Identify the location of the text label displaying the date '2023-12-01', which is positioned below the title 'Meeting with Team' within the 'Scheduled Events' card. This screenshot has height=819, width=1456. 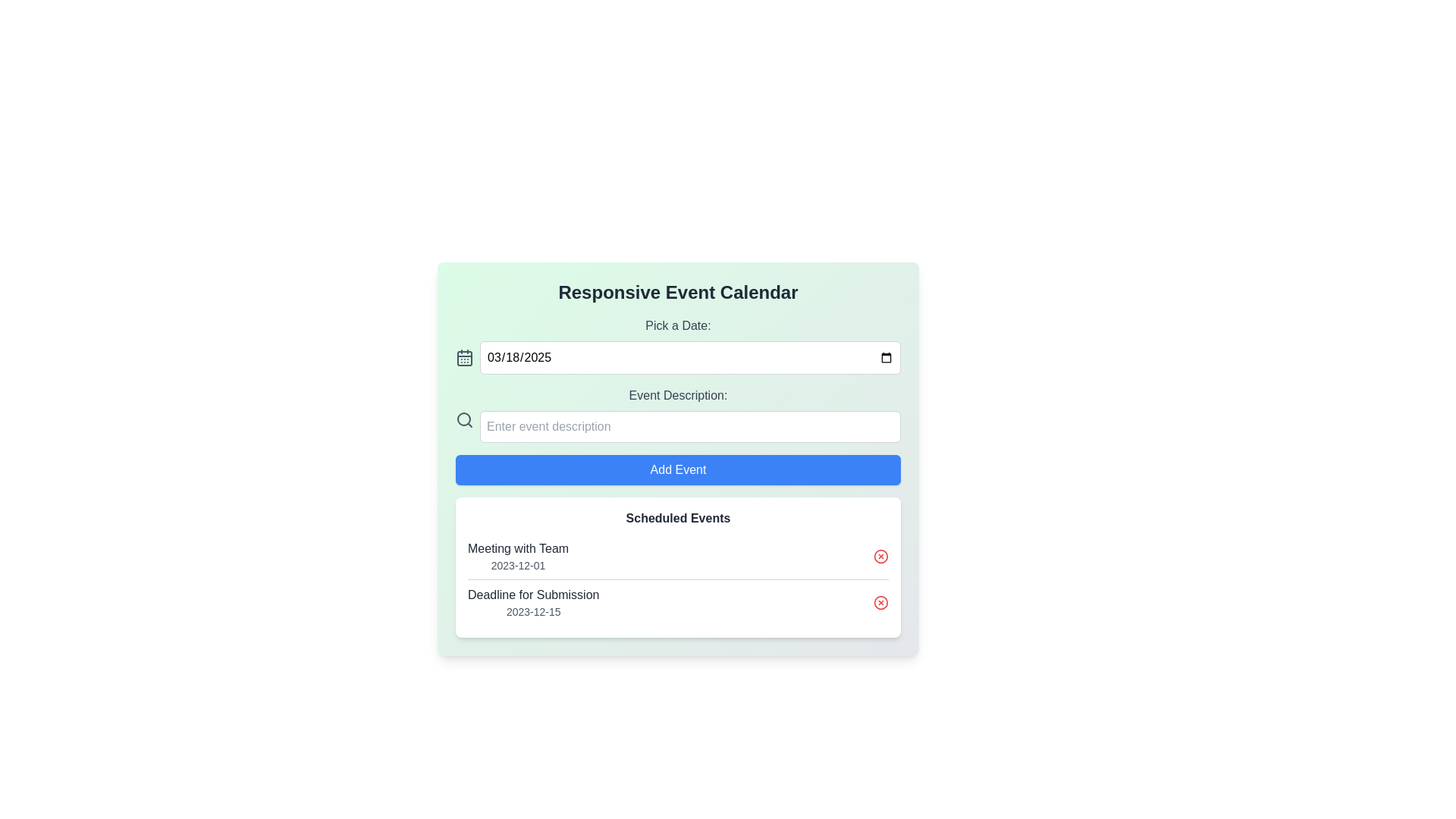
(518, 565).